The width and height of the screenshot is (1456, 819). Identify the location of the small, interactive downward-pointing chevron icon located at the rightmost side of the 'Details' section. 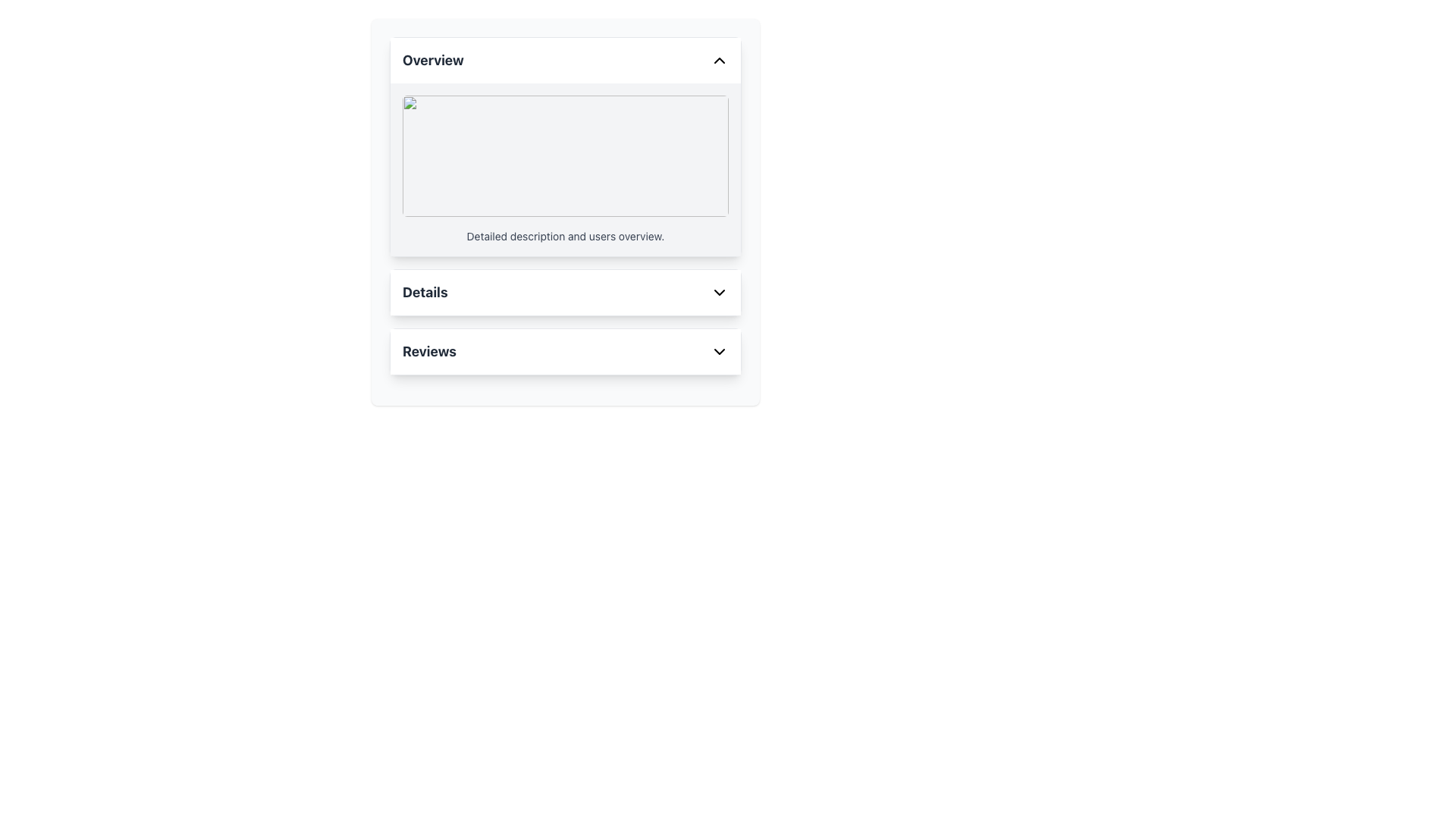
(719, 292).